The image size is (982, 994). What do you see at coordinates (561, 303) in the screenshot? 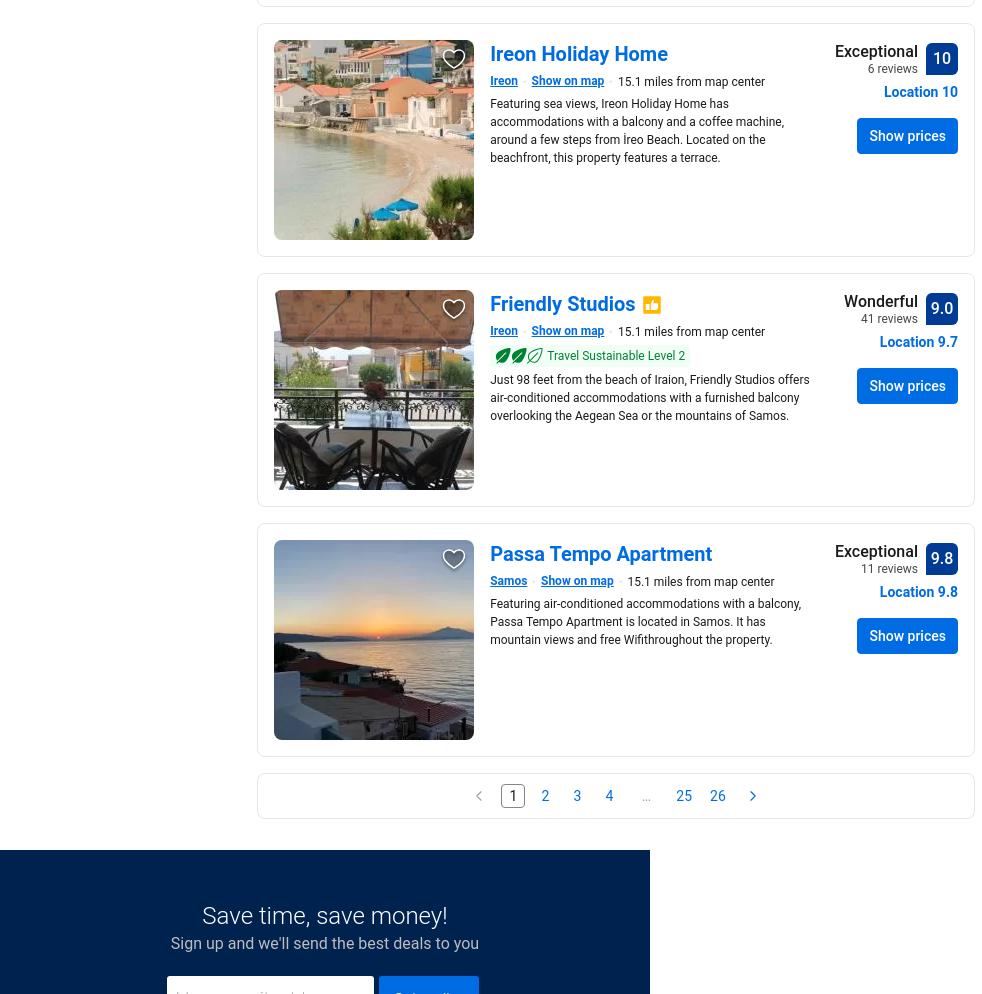
I see `'Friendly Studios'` at bounding box center [561, 303].